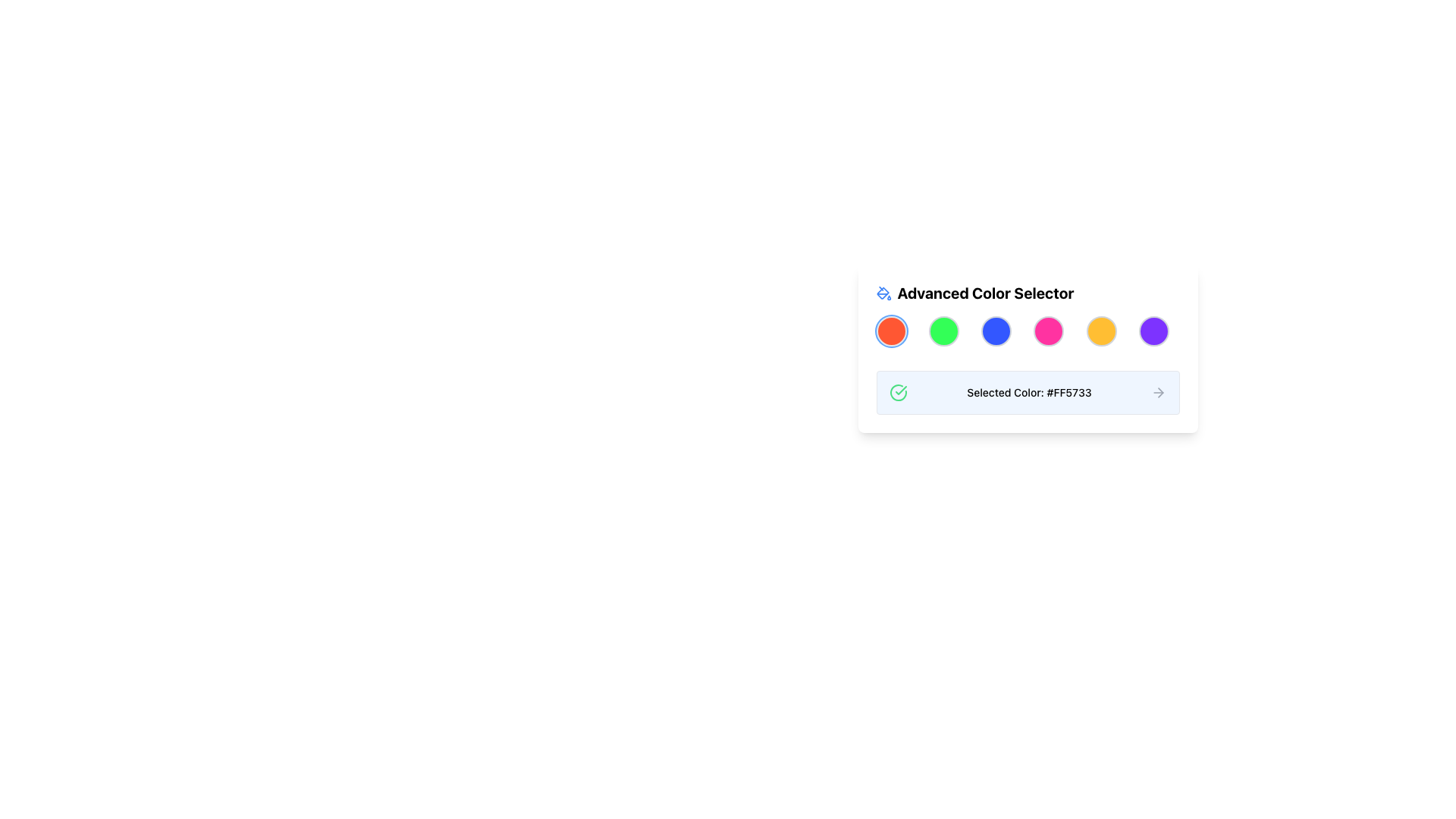  Describe the element at coordinates (1028, 293) in the screenshot. I see `text 'Advanced Color Selector' from the Text header with a blue paint bucket icon, which is positioned above the row of color circles` at that location.